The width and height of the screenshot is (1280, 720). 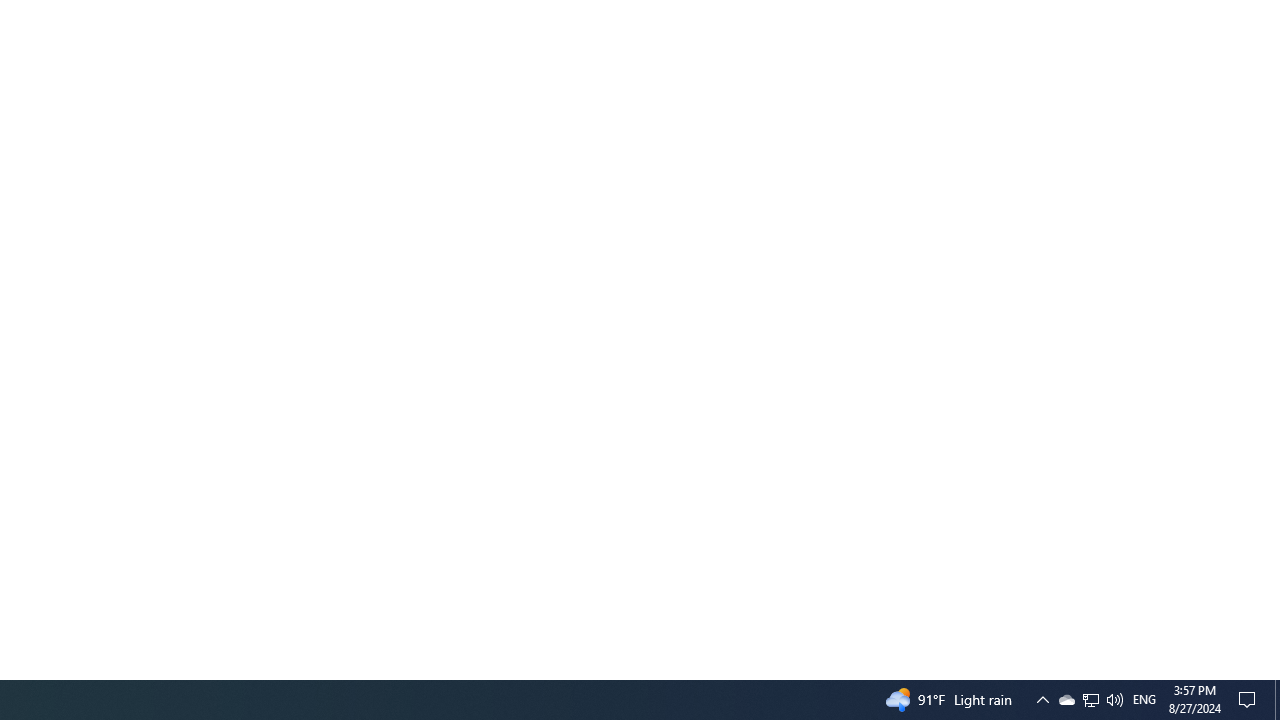 What do you see at coordinates (1089, 698) in the screenshot?
I see `'Tray Input Indicator - English (United States)'` at bounding box center [1089, 698].